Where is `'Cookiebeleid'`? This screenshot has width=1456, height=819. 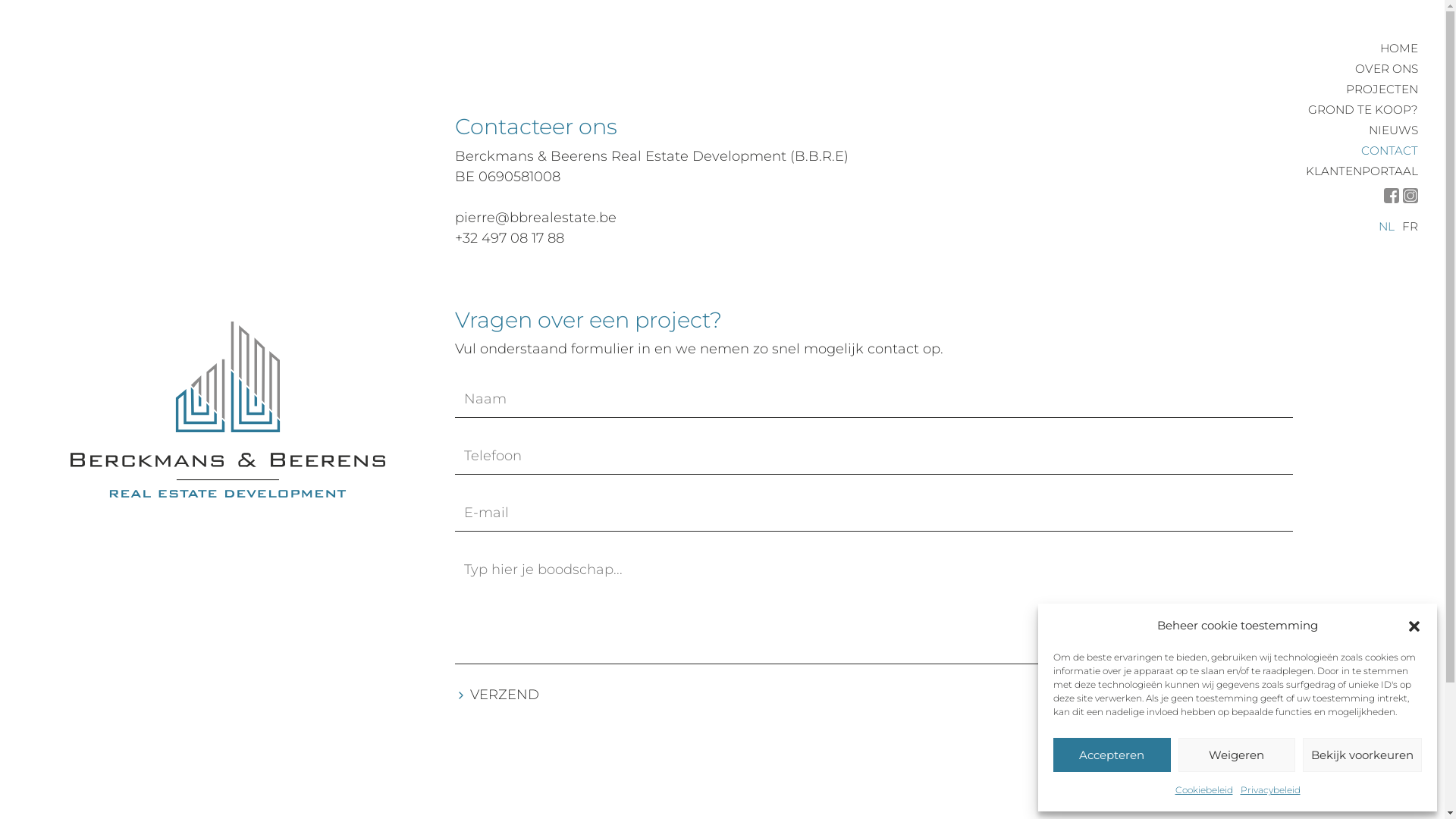 'Cookiebeleid' is located at coordinates (1175, 789).